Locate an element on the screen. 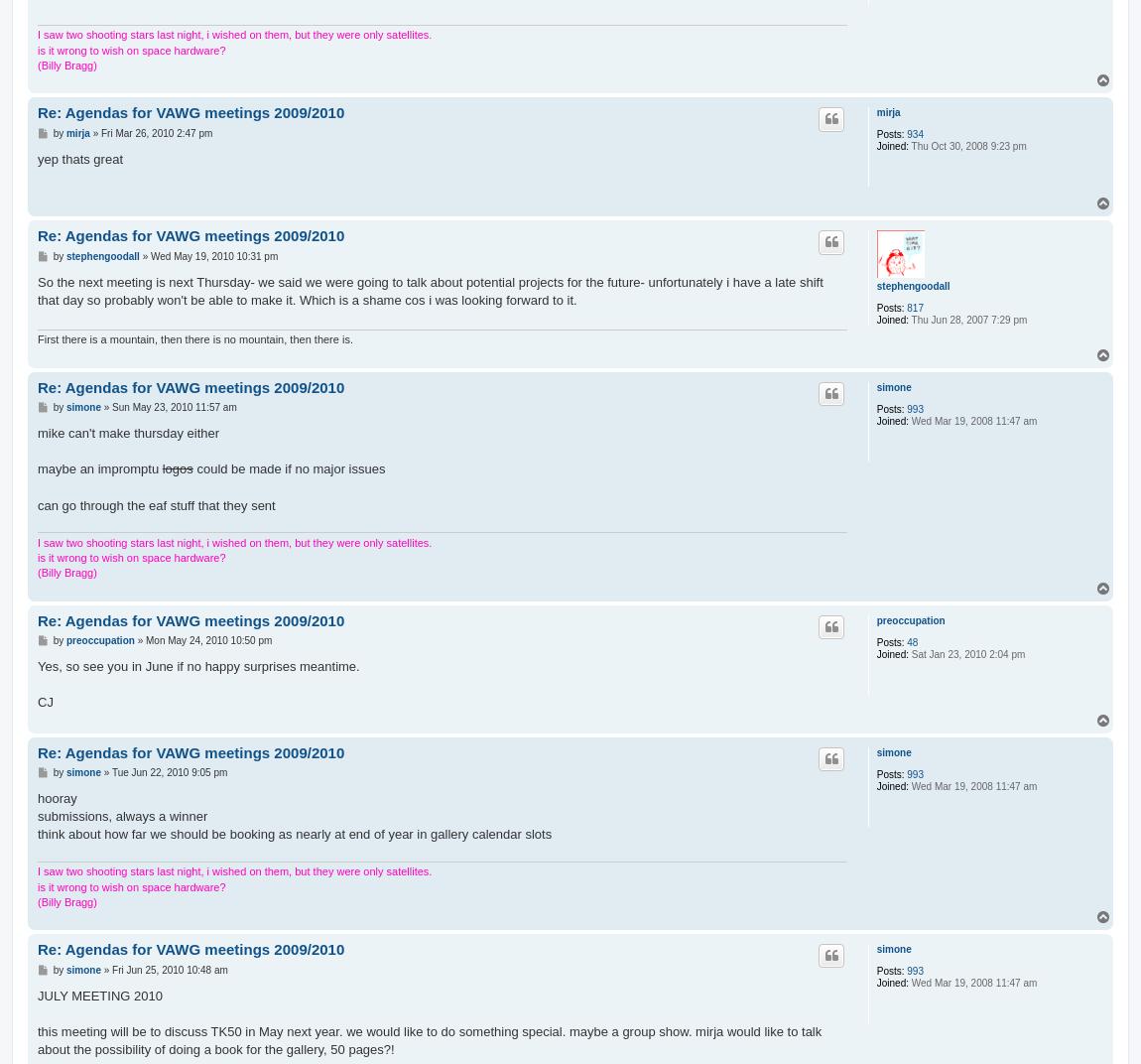  'First there is a mountain, then there is no mountain, then there is.' is located at coordinates (193, 338).